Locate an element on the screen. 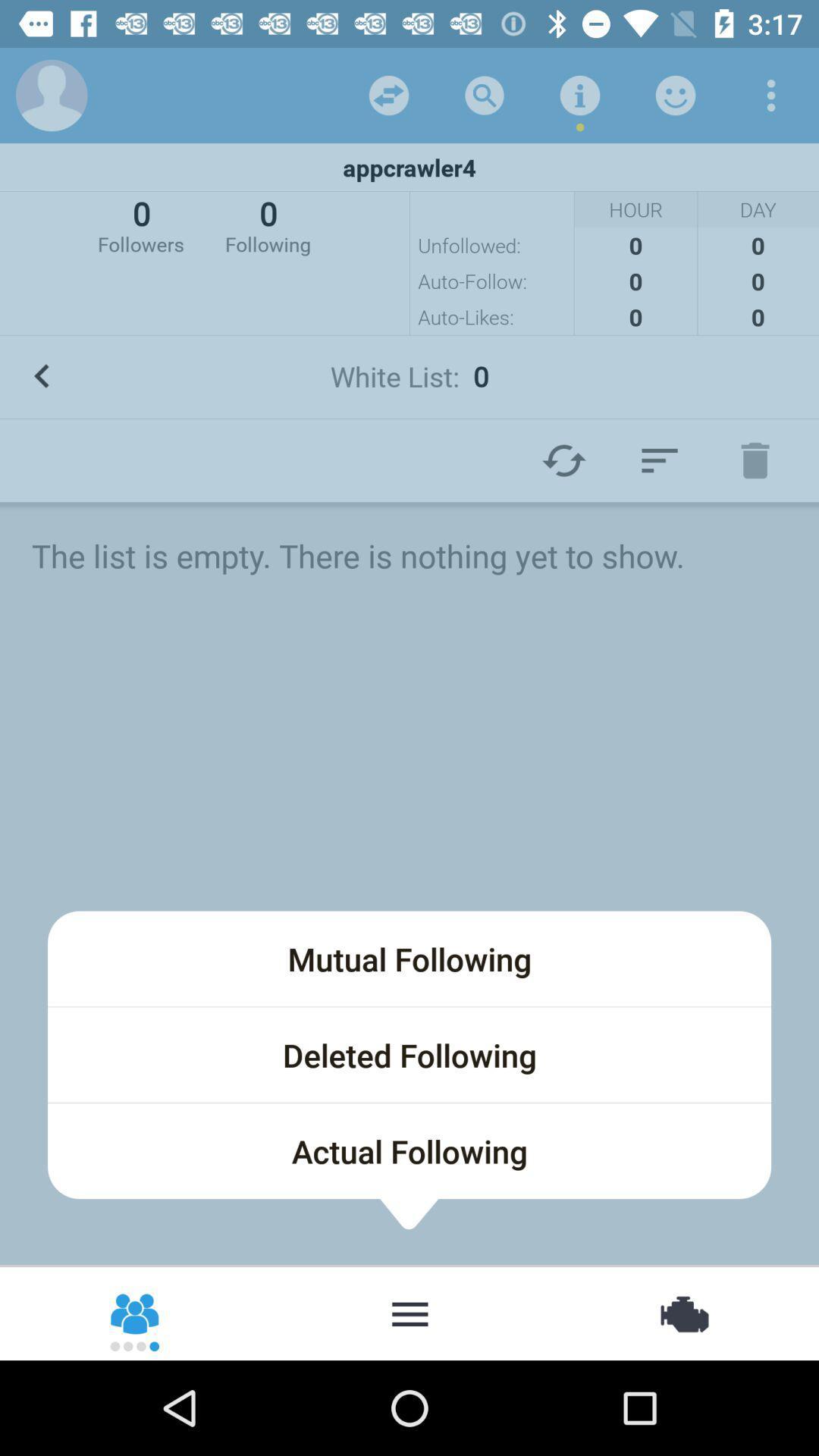 The height and width of the screenshot is (1456, 819). the item below the list is icon is located at coordinates (409, 958).